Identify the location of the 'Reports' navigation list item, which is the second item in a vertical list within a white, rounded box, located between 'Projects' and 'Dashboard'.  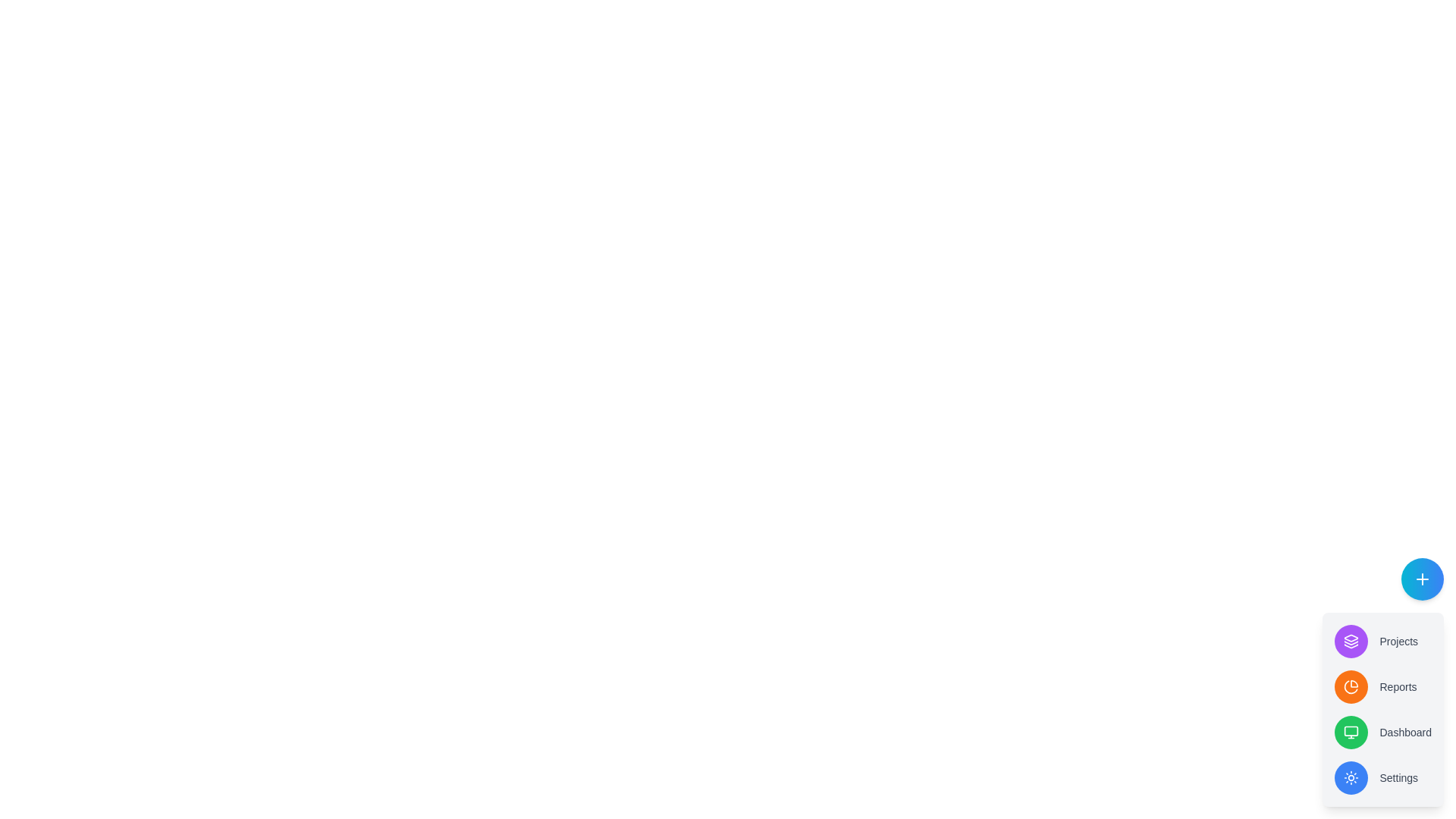
(1382, 687).